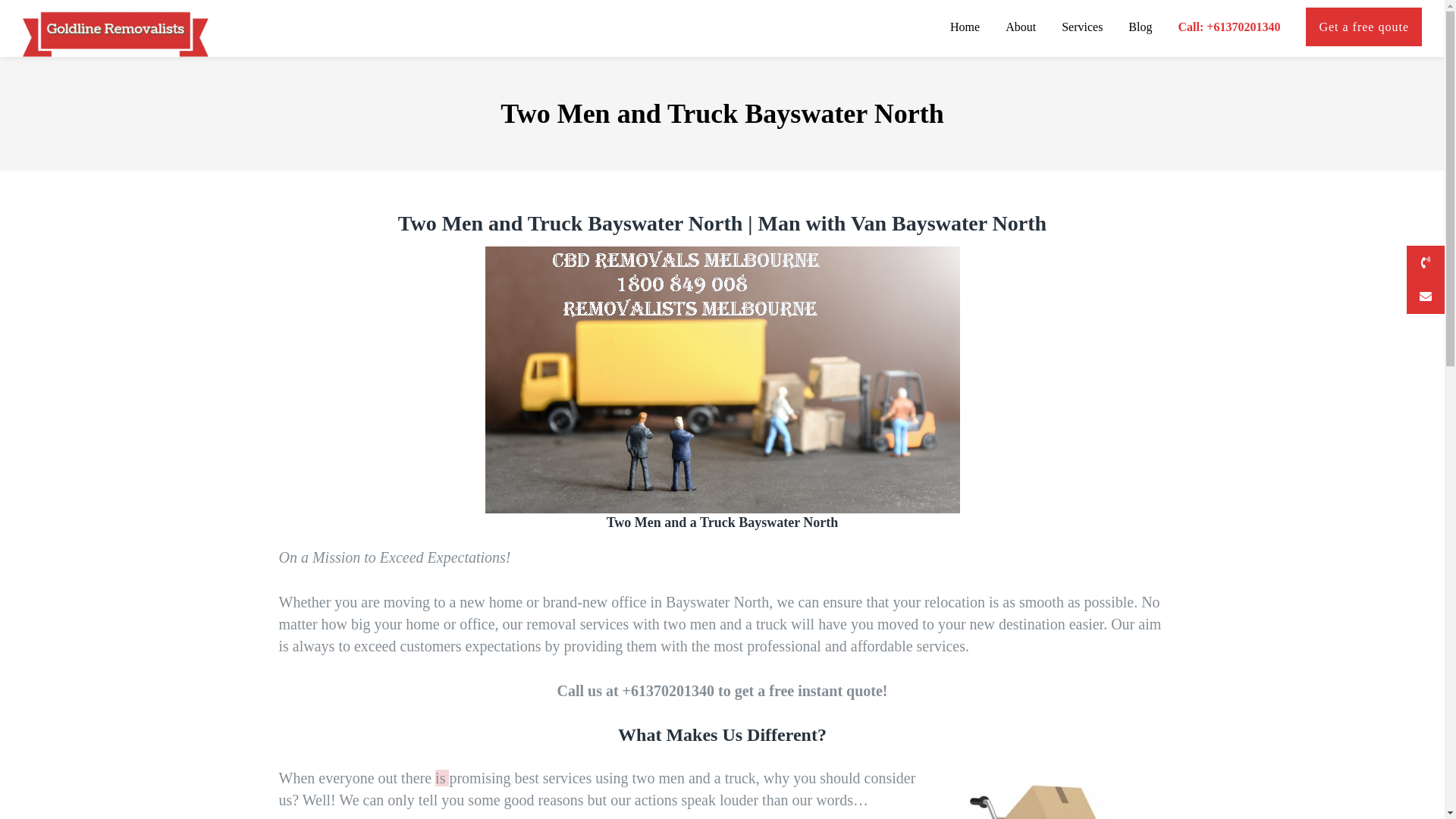 Image resolution: width=1456 pixels, height=819 pixels. I want to click on 'Get a free qoute', so click(1295, 28).